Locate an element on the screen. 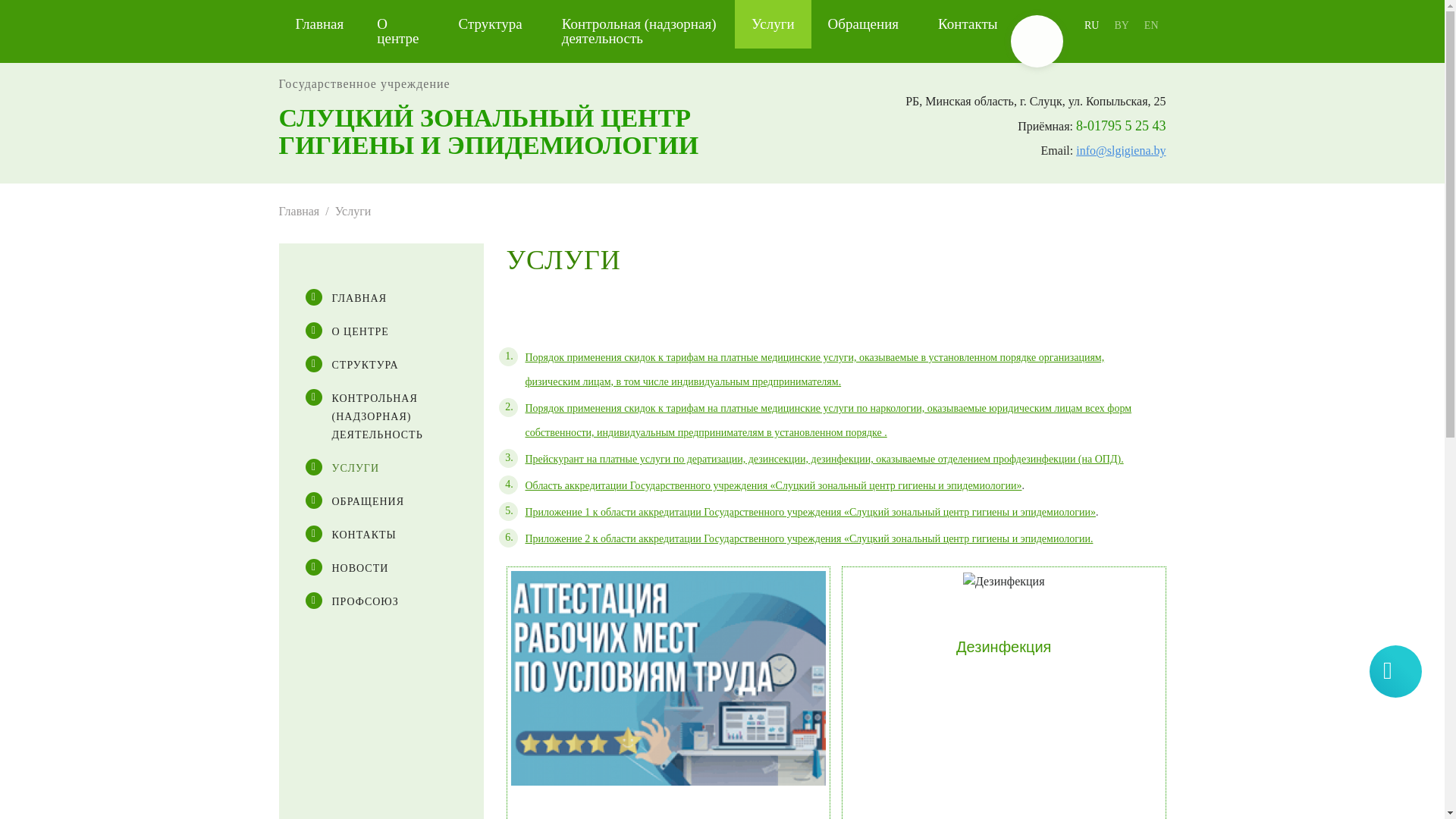 Image resolution: width=1456 pixels, height=819 pixels. '8-01795 5 25 43' is located at coordinates (1121, 124).